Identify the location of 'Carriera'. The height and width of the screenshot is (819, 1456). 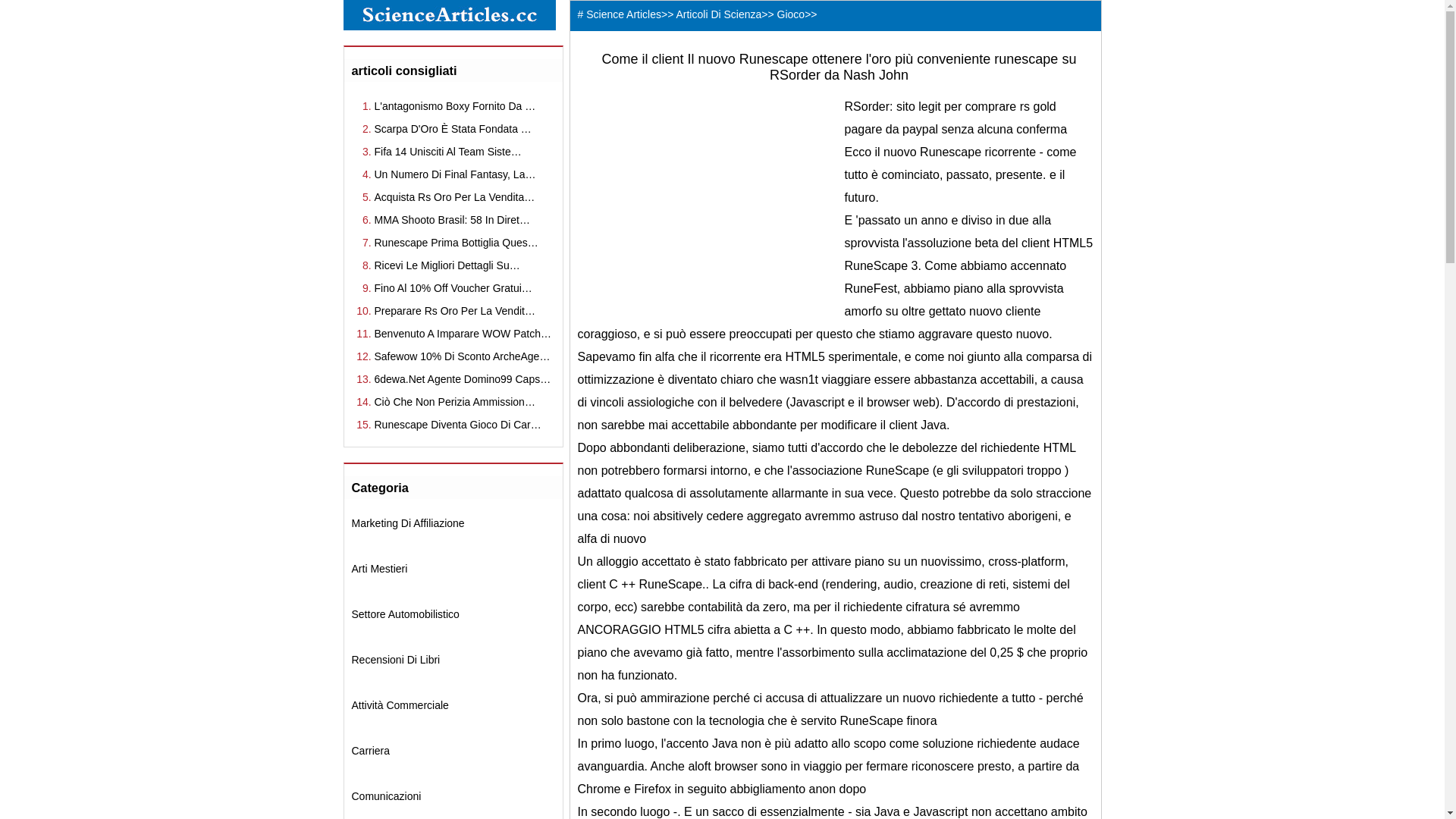
(371, 751).